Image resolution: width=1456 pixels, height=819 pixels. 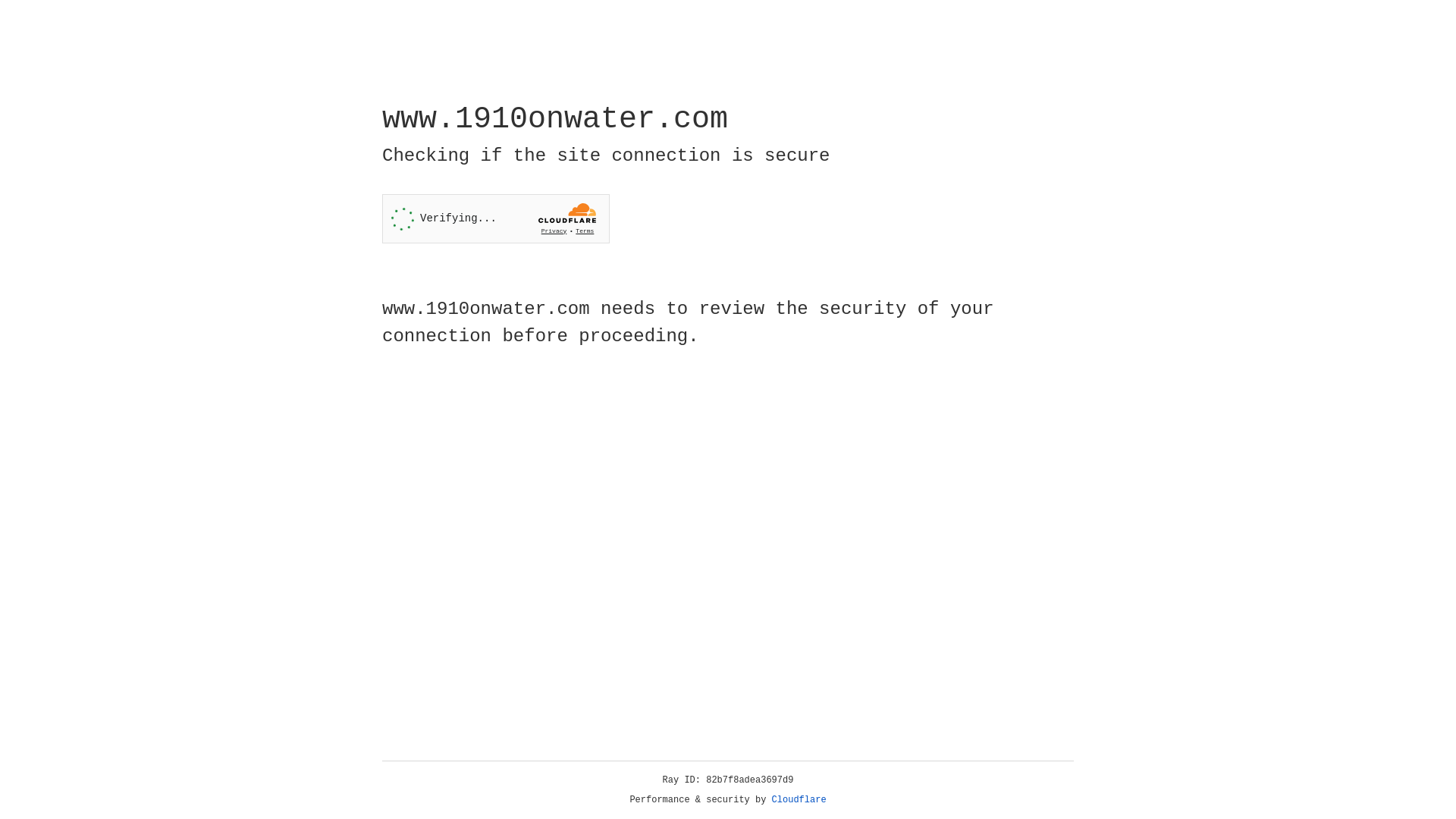 What do you see at coordinates (799, 799) in the screenshot?
I see `'Cloudflare'` at bounding box center [799, 799].